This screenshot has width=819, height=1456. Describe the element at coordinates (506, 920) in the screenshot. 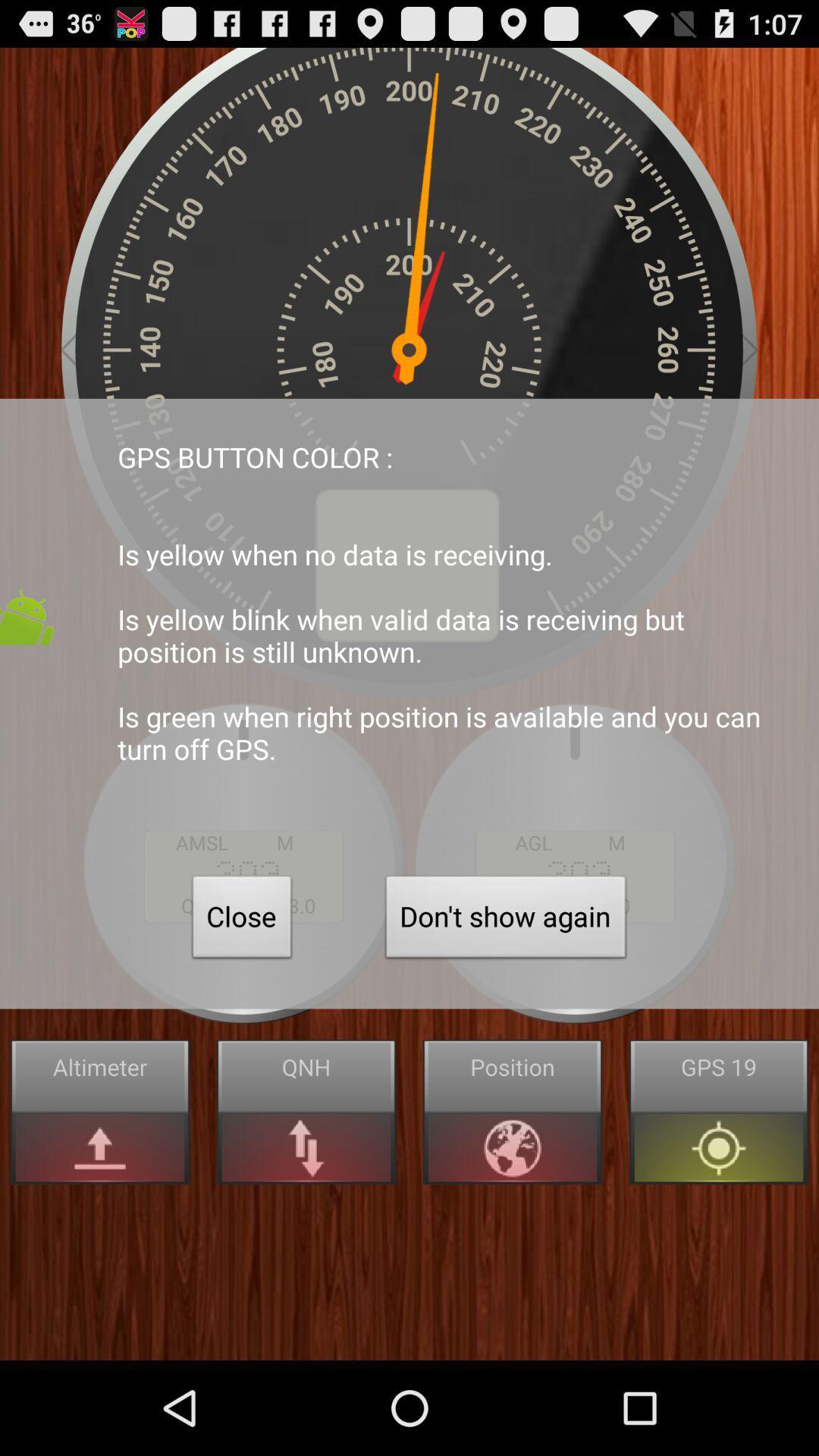

I see `the icon next to close` at that location.